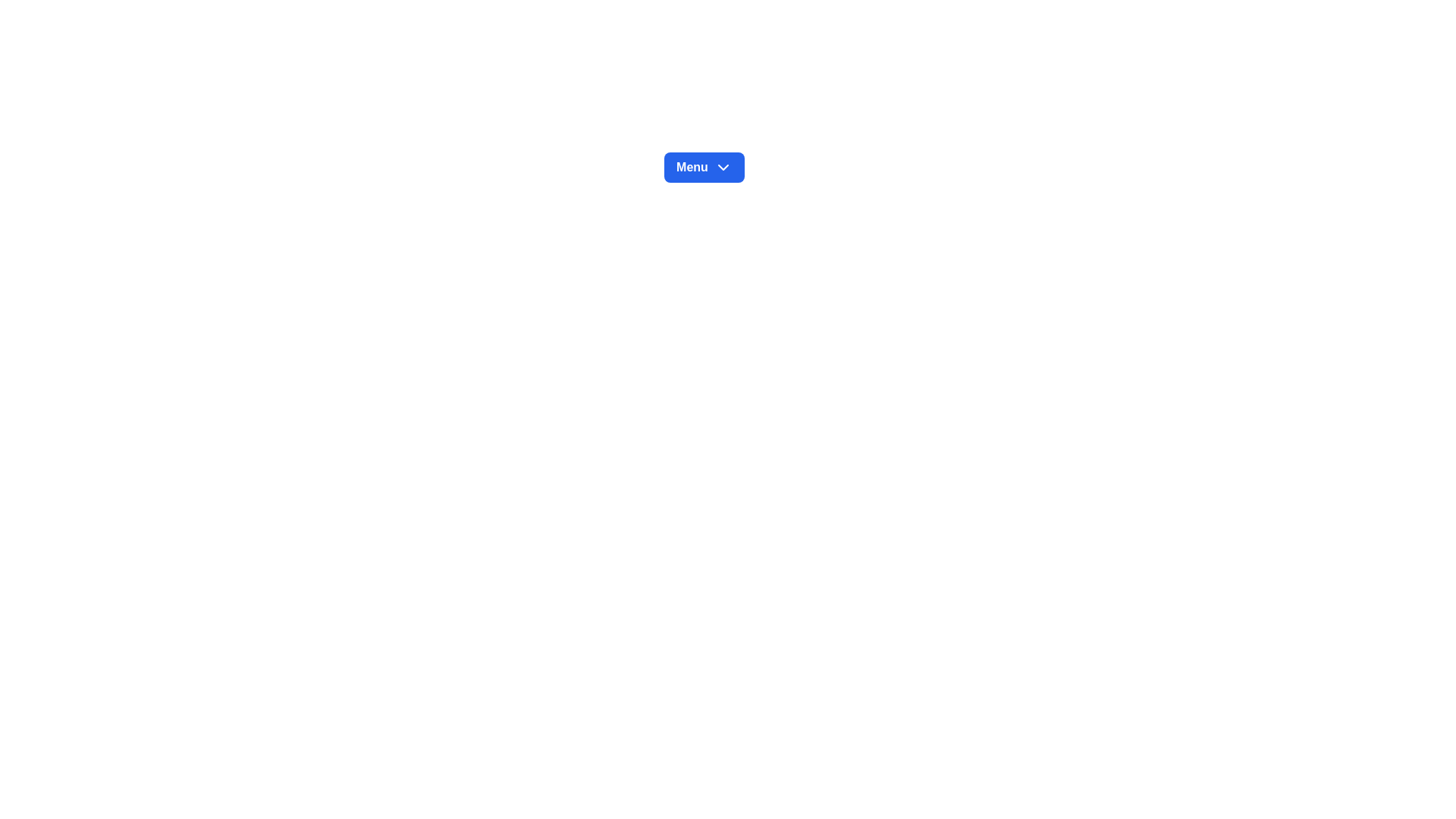 Image resolution: width=1456 pixels, height=819 pixels. What do you see at coordinates (704, 167) in the screenshot?
I see `the blue rectangular 'Menu' button with rounded corners` at bounding box center [704, 167].